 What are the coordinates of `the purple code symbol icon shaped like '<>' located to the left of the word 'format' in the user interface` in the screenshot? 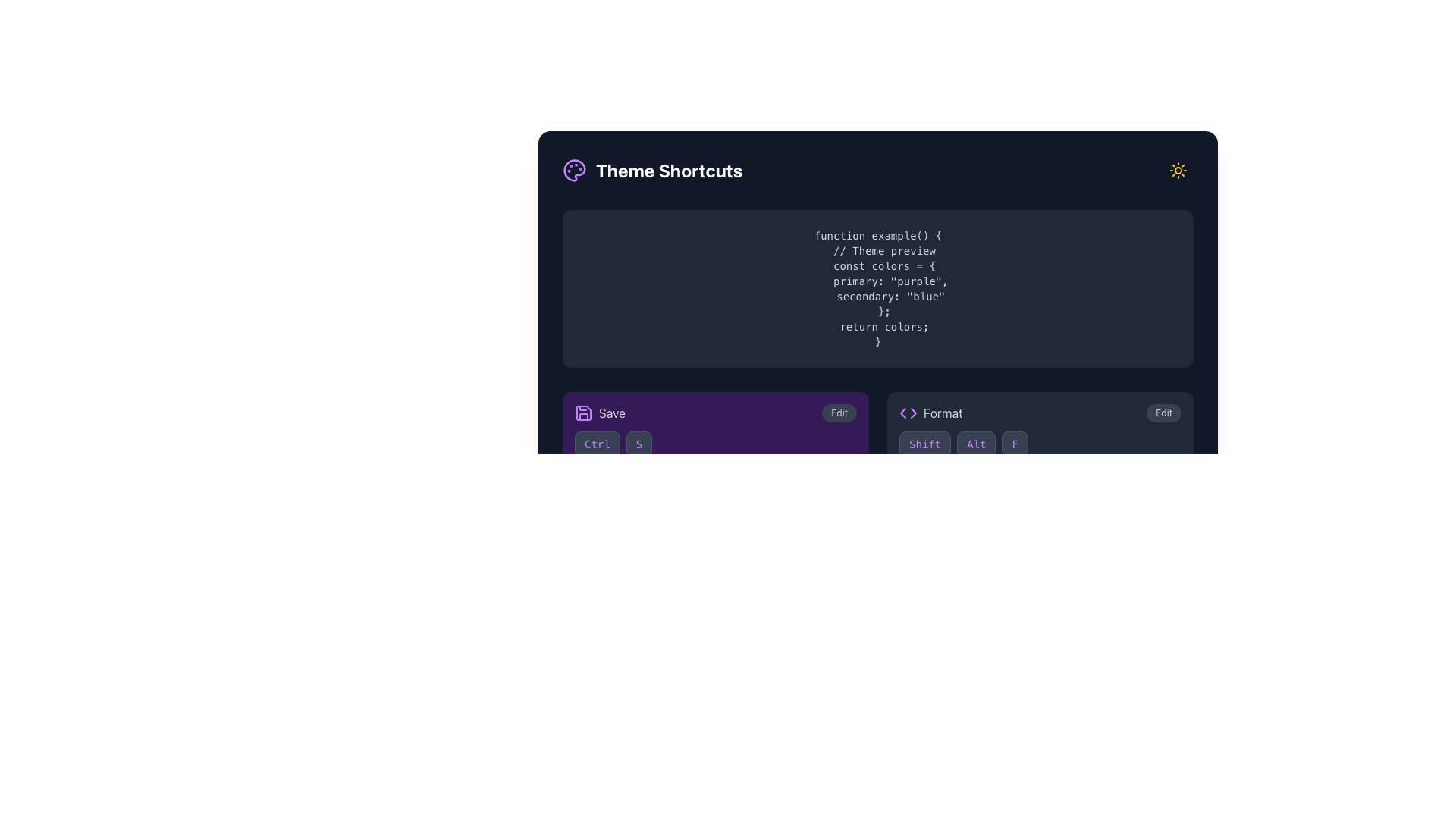 It's located at (908, 413).